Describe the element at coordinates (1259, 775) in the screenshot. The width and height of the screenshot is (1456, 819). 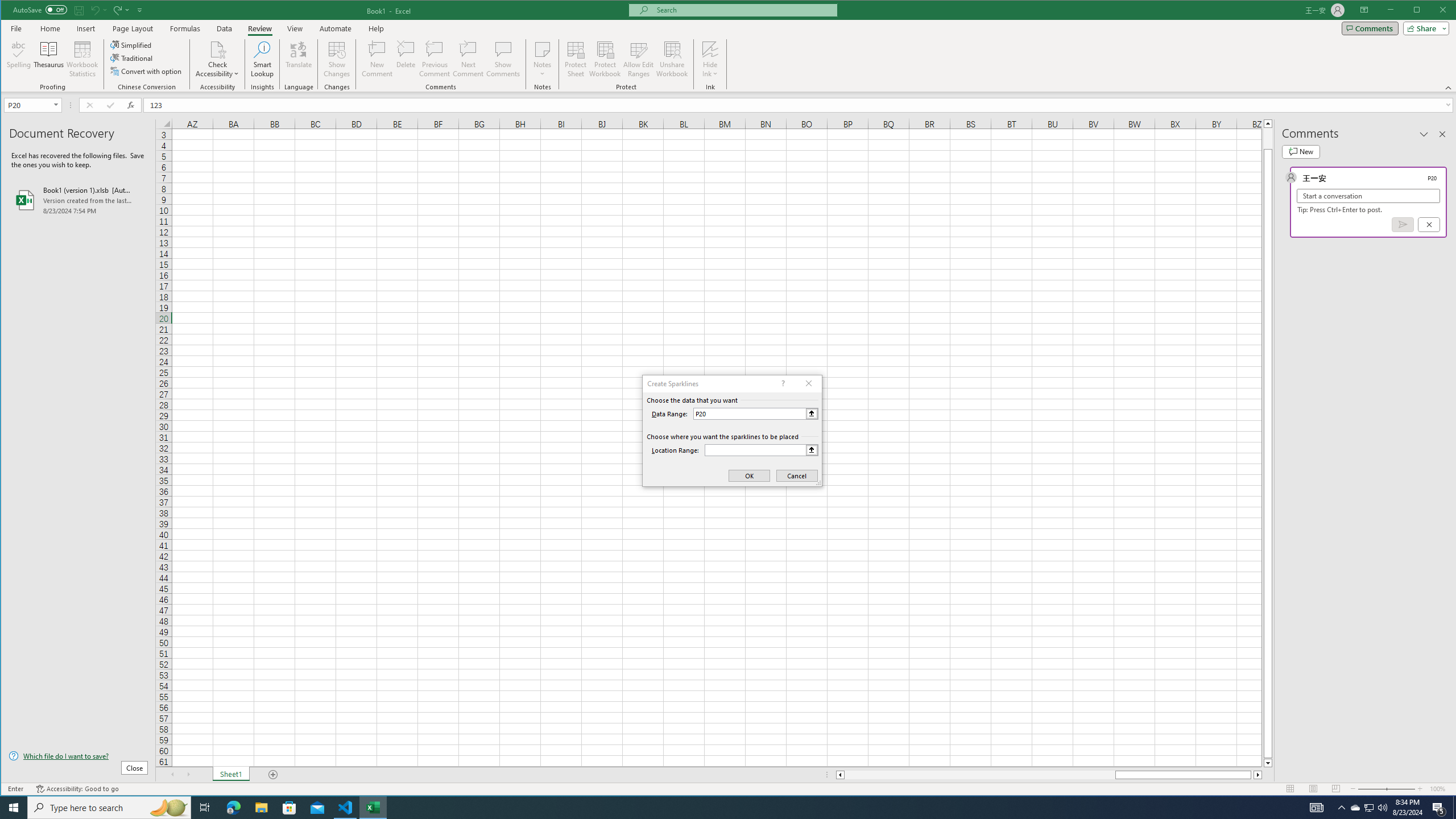
I see `'Column right'` at that location.